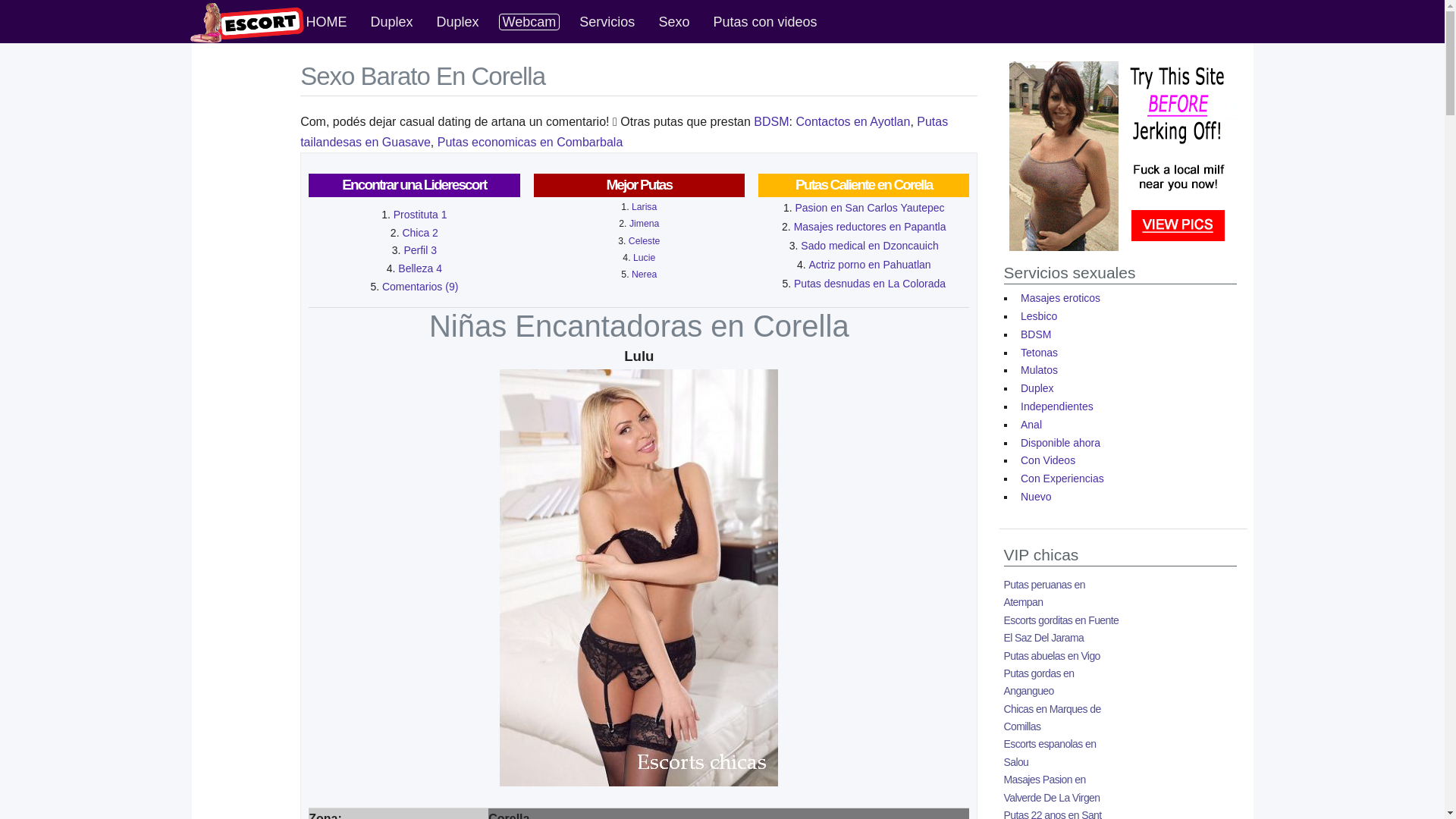  Describe the element at coordinates (793, 207) in the screenshot. I see `'Pasion en San Carlos Yautepec'` at that location.